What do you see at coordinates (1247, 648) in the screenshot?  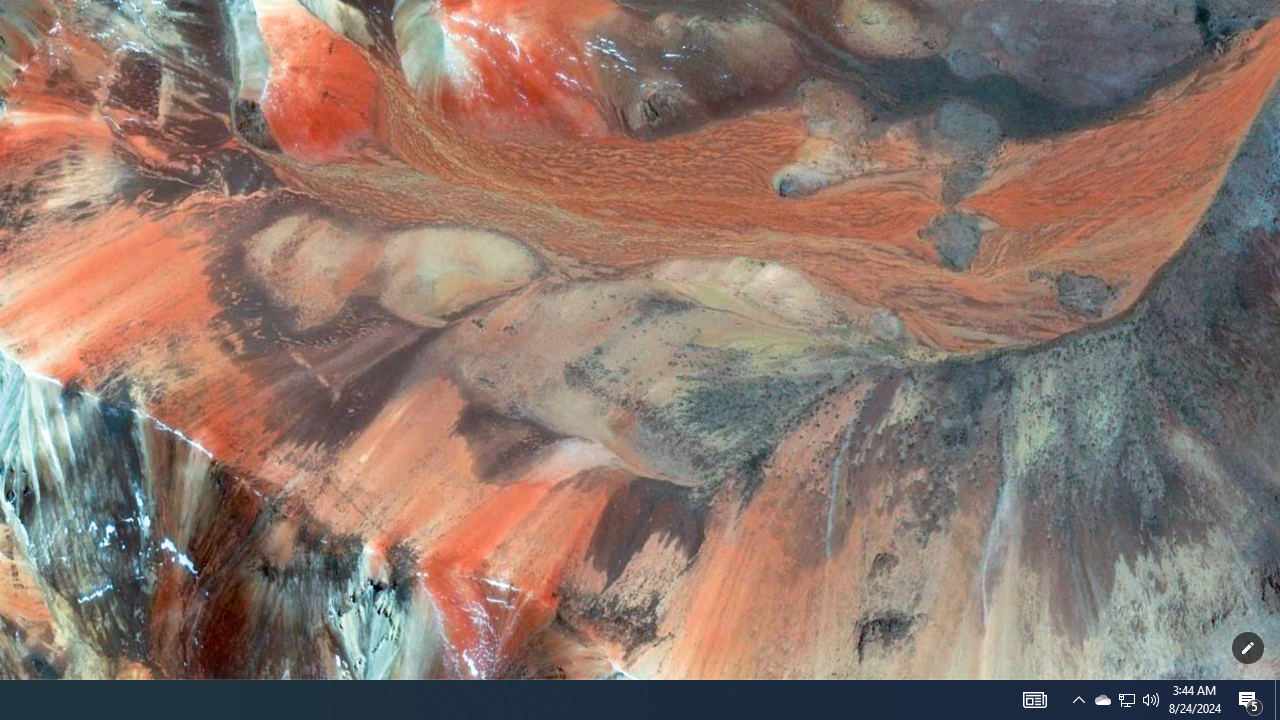 I see `'Customize this page'` at bounding box center [1247, 648].